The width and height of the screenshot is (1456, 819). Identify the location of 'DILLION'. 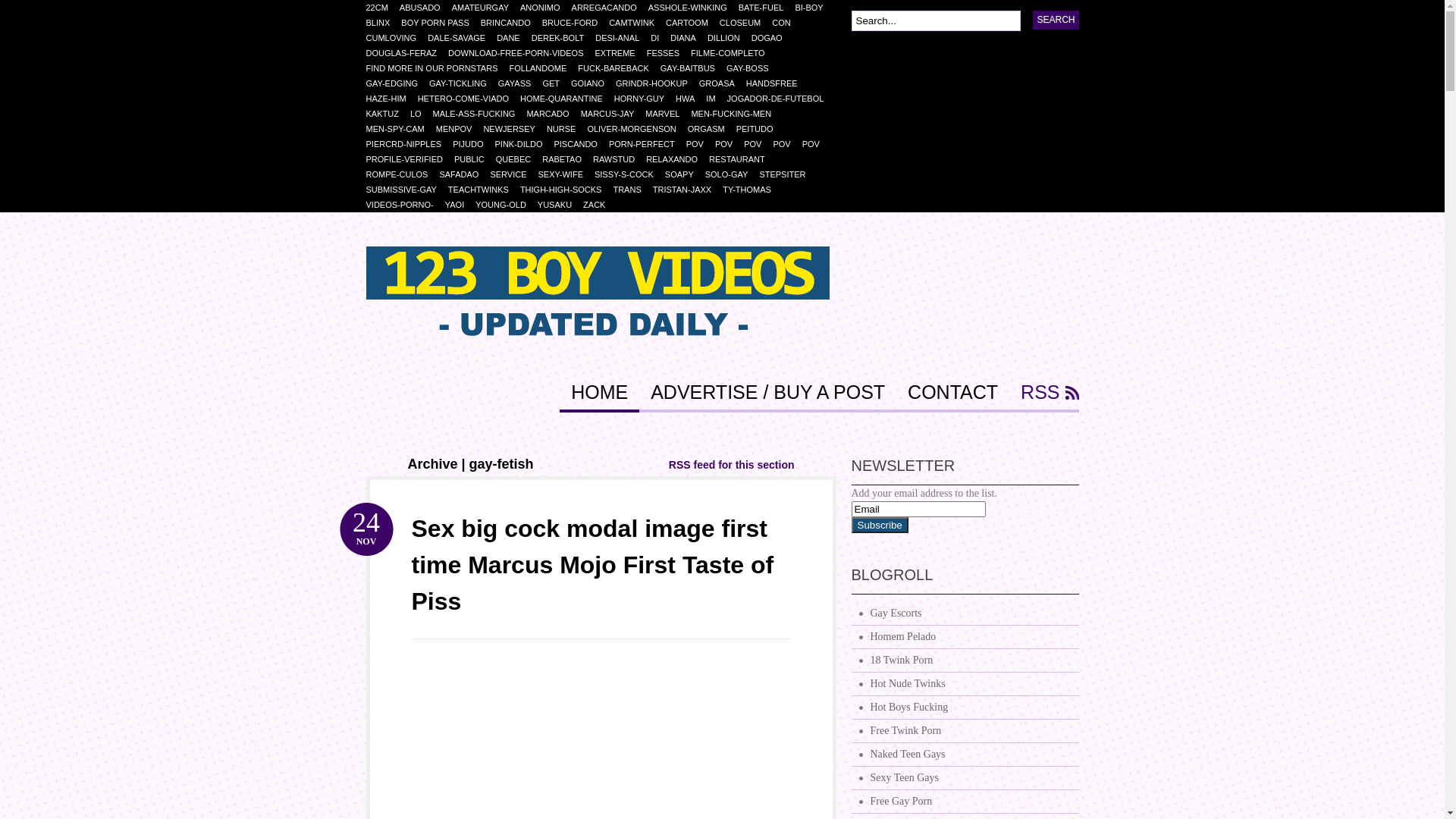
(729, 37).